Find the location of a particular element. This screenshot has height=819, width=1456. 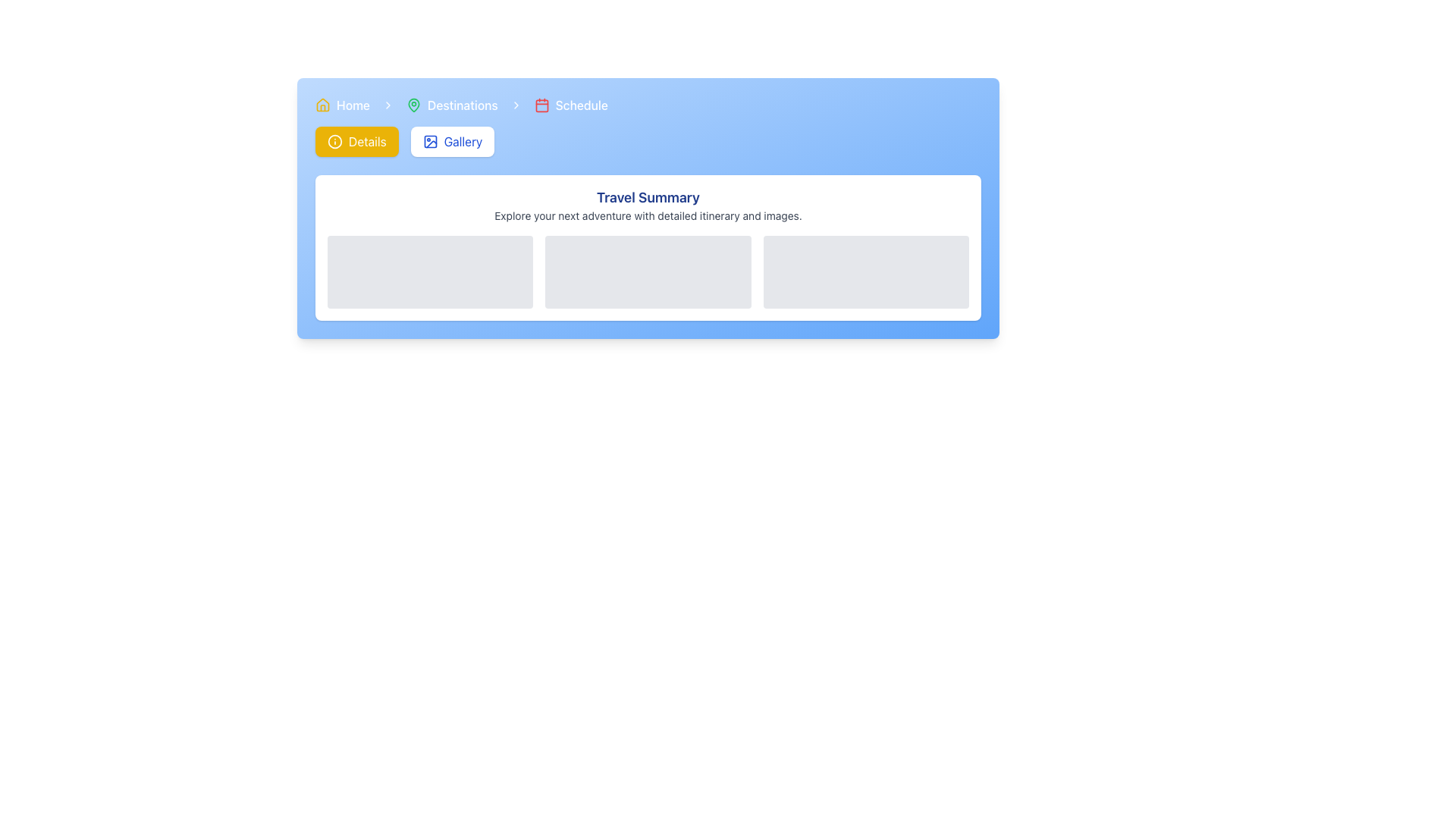

the 'Destinations' breadcrumb link, which is the second item in the breadcrumb navigation bar between 'Home' and 'Schedule' is located at coordinates (450, 104).